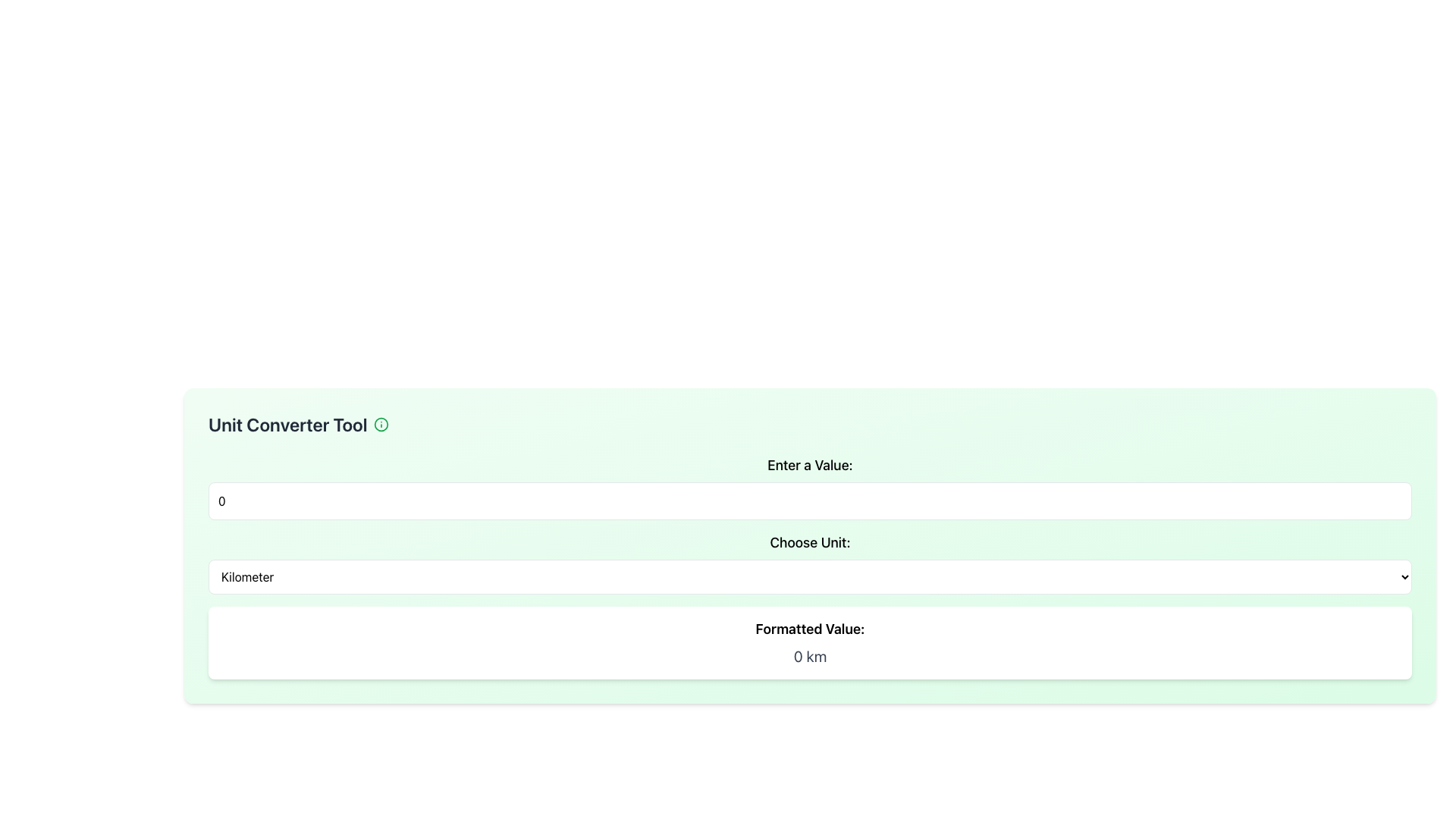 This screenshot has width=1456, height=819. What do you see at coordinates (809, 629) in the screenshot?
I see `the static text label reading 'Formatted Value:' which is styled in a larger bold font and is positioned above the text element displaying '0 km'` at bounding box center [809, 629].